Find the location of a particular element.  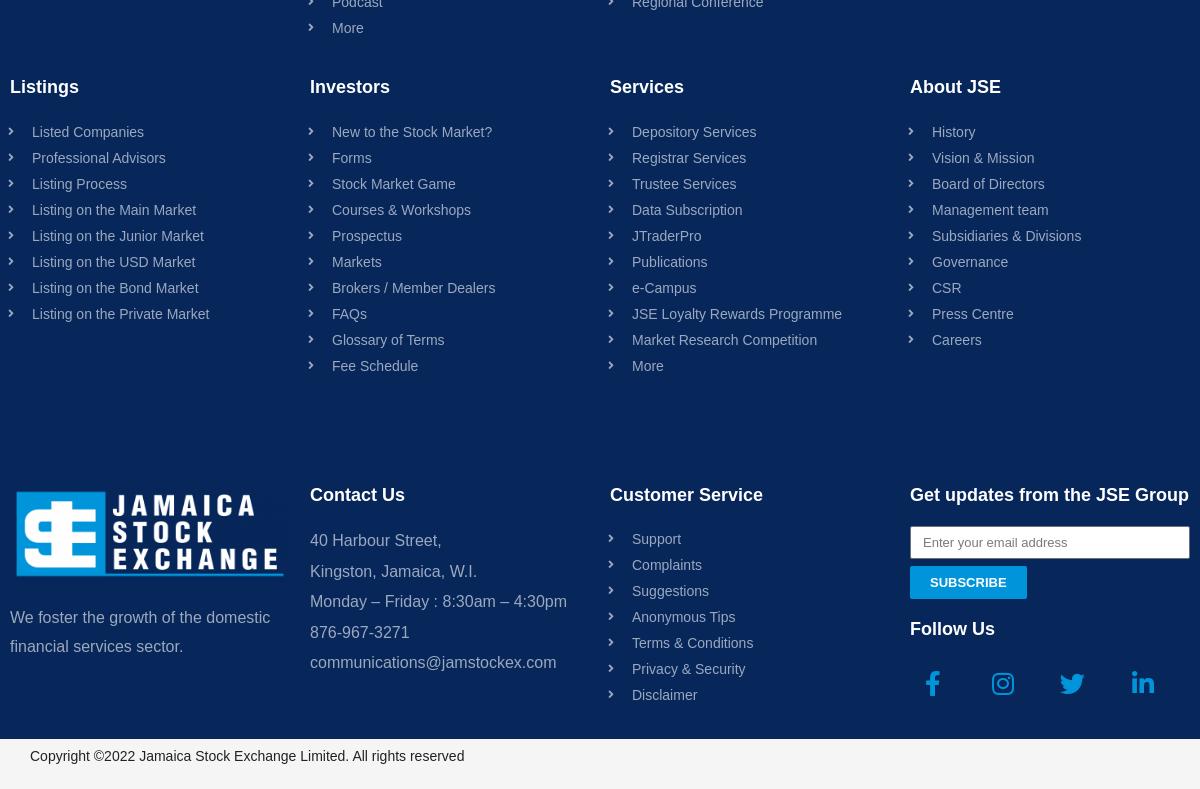

'Disclaimer' is located at coordinates (664, 694).